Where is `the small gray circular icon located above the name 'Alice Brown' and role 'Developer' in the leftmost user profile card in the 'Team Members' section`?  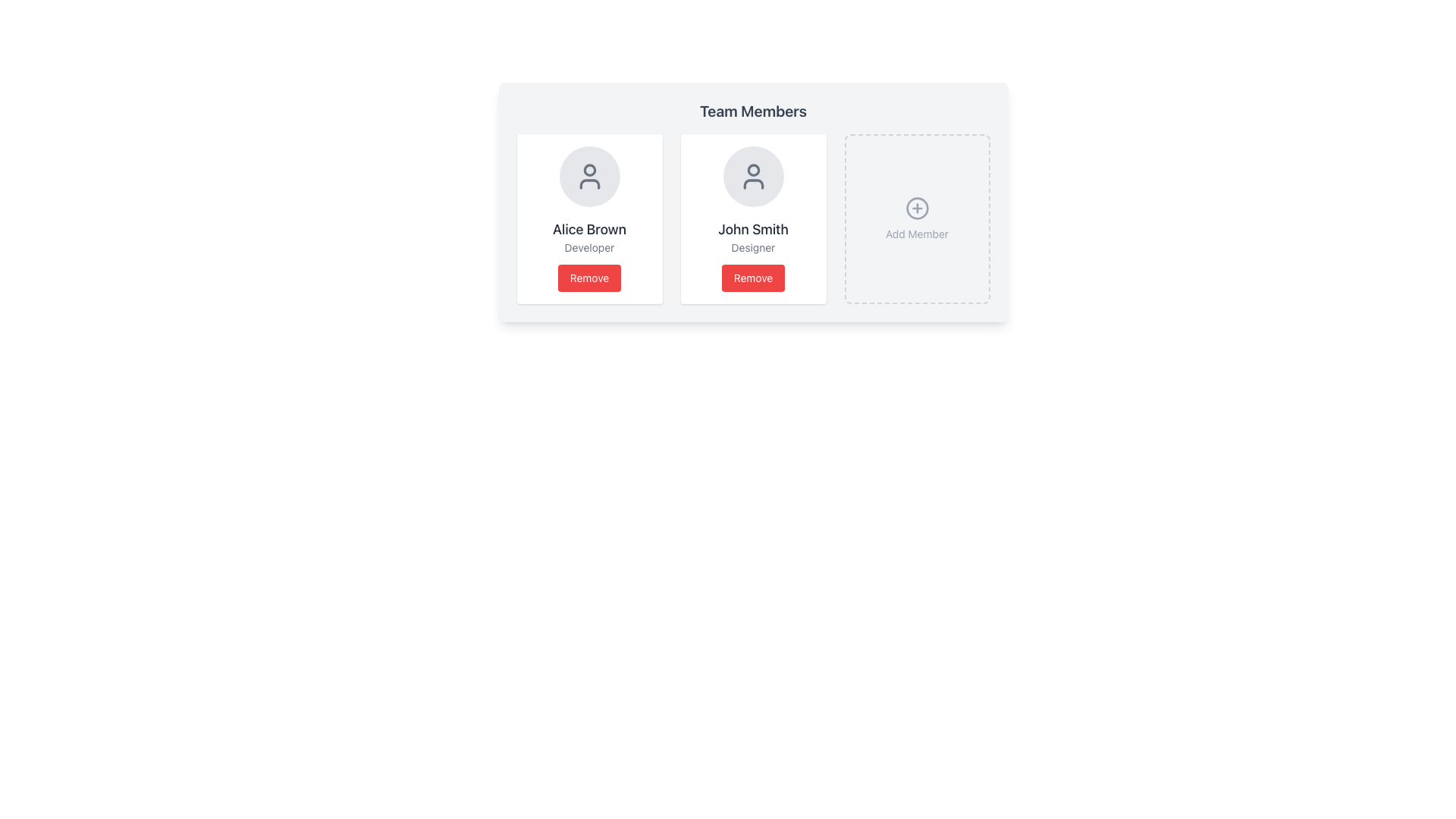 the small gray circular icon located above the name 'Alice Brown' and role 'Developer' in the leftmost user profile card in the 'Team Members' section is located at coordinates (588, 170).